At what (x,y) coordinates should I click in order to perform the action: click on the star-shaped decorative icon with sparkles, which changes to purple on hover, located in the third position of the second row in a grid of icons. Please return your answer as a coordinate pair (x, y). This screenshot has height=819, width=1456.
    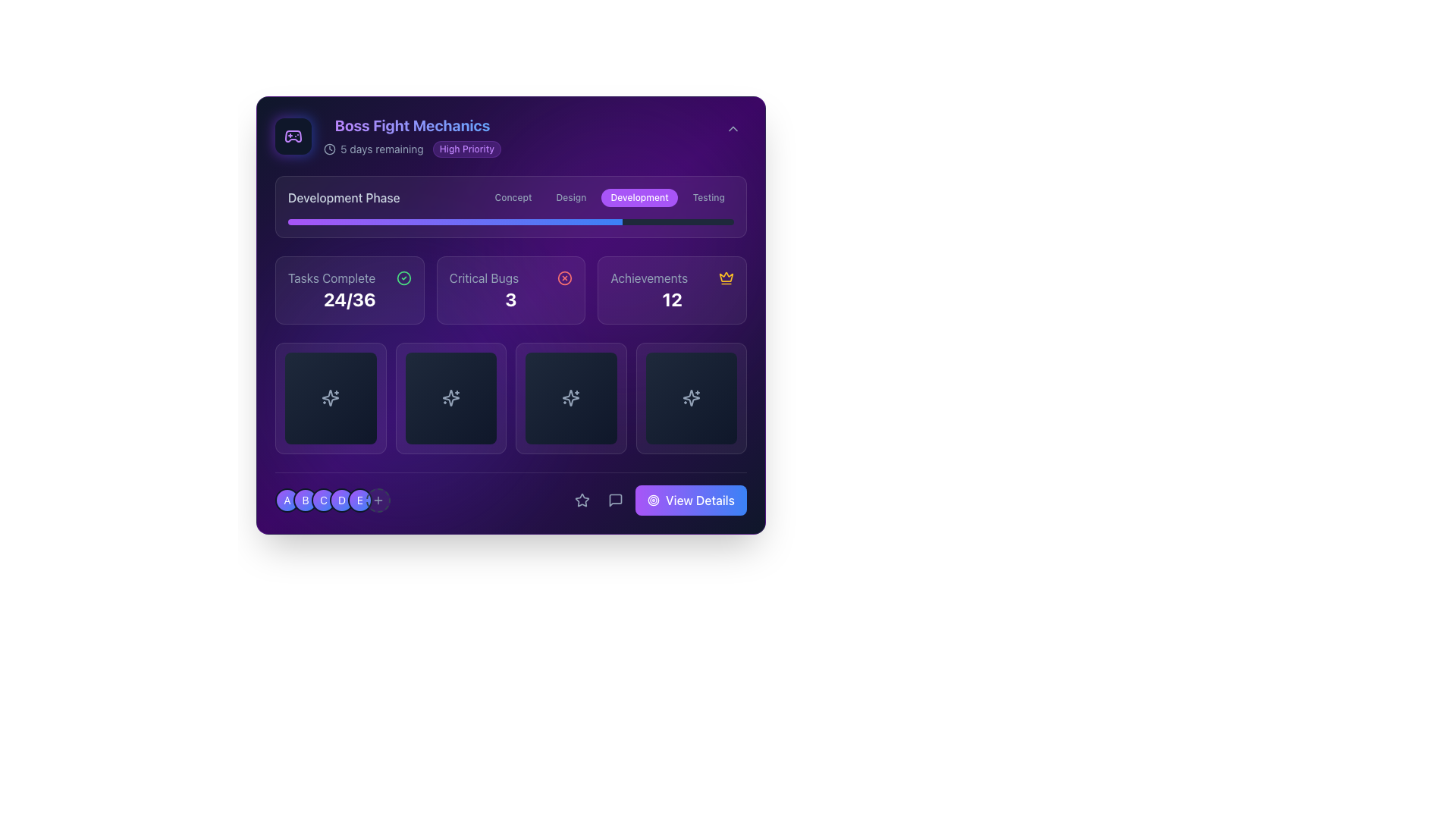
    Looking at the image, I should click on (570, 397).